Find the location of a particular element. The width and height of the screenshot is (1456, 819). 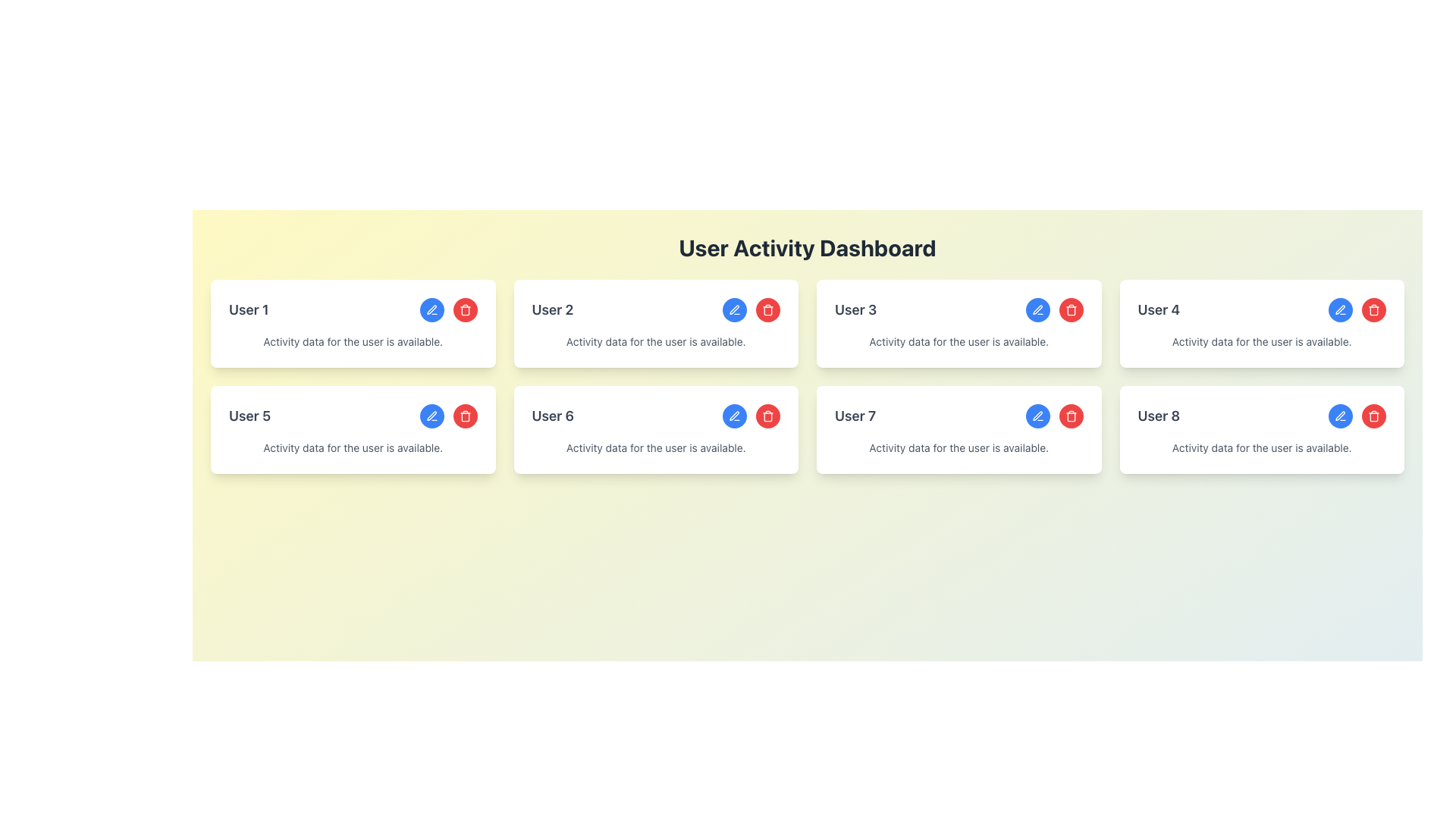

the text label 'User 1' that identifies the respective user associated with the first user card, located at the top-left corner of the grid layout is located at coordinates (249, 309).